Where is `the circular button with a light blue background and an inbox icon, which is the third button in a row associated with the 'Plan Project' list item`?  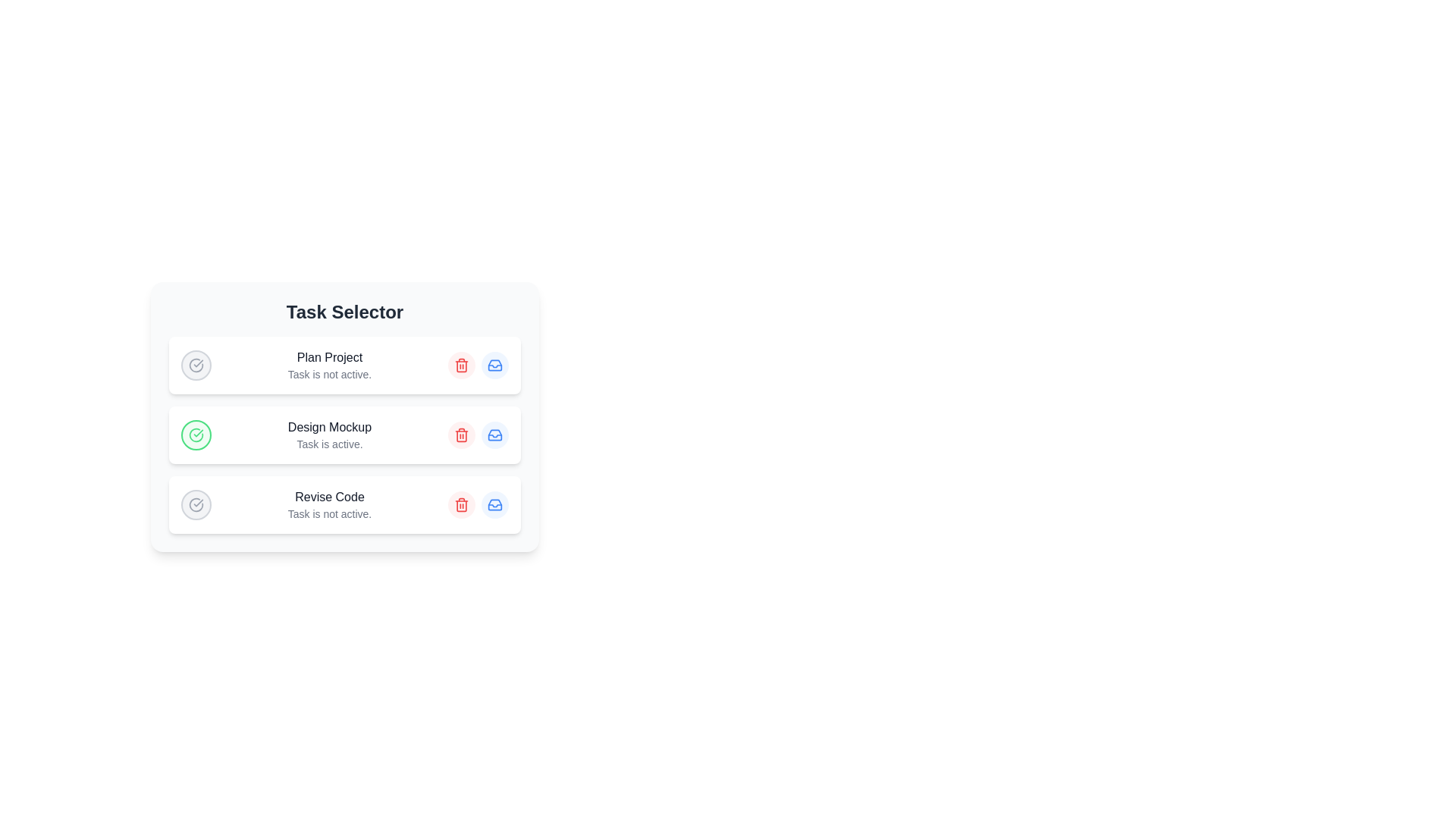 the circular button with a light blue background and an inbox icon, which is the third button in a row associated with the 'Plan Project' list item is located at coordinates (494, 366).